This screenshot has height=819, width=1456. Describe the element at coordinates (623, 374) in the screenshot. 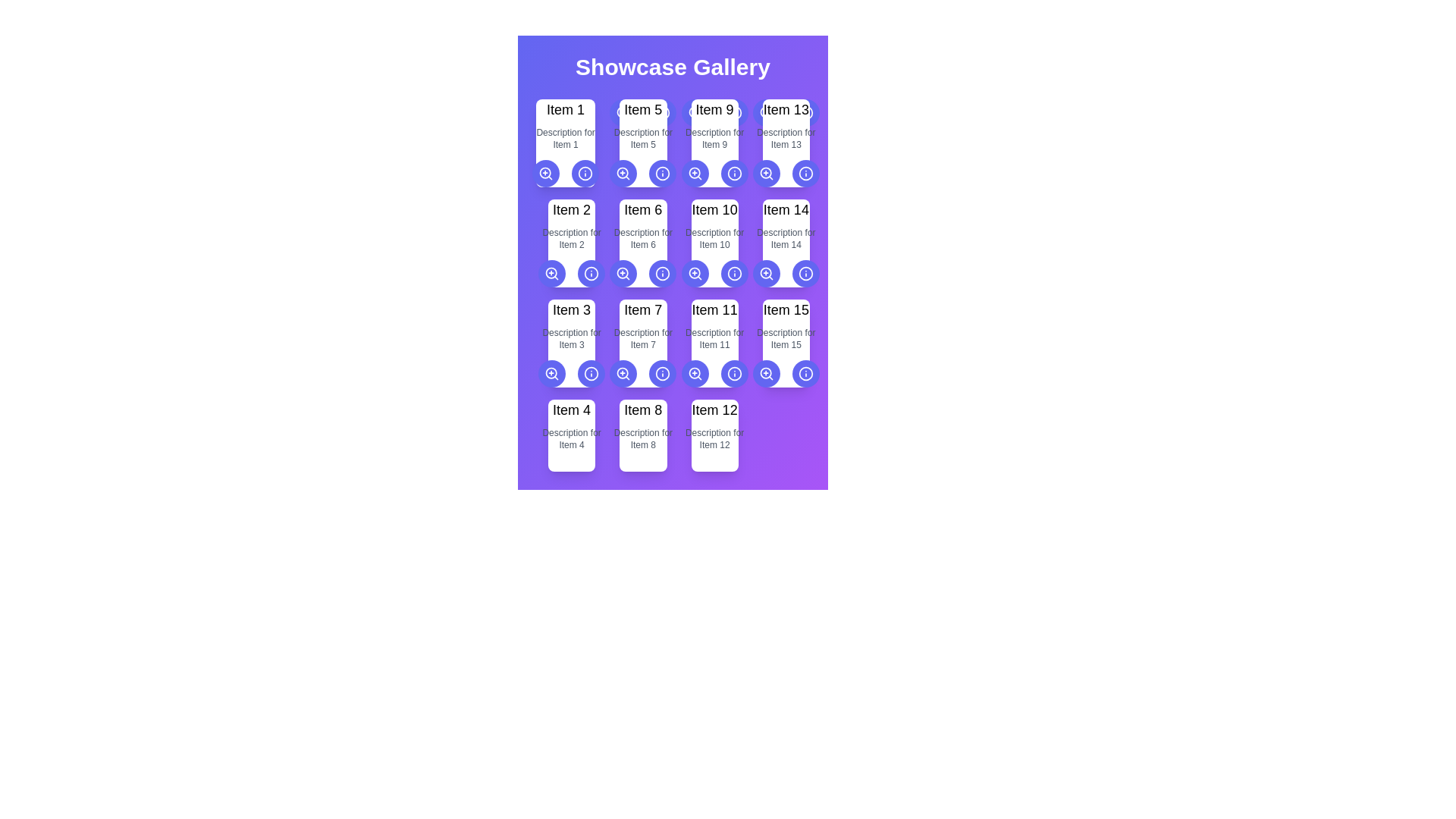

I see `the leftmost button in the fourth row of the grid layout` at that location.